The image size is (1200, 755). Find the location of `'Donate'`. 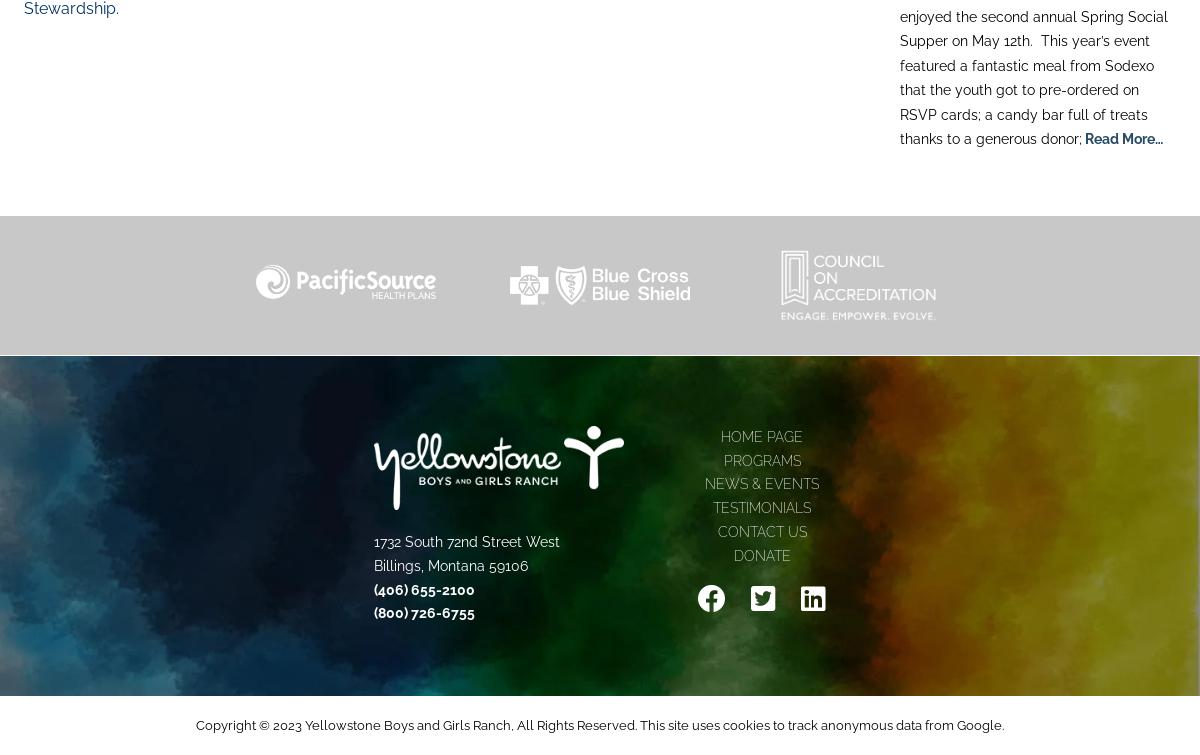

'Donate' is located at coordinates (760, 554).